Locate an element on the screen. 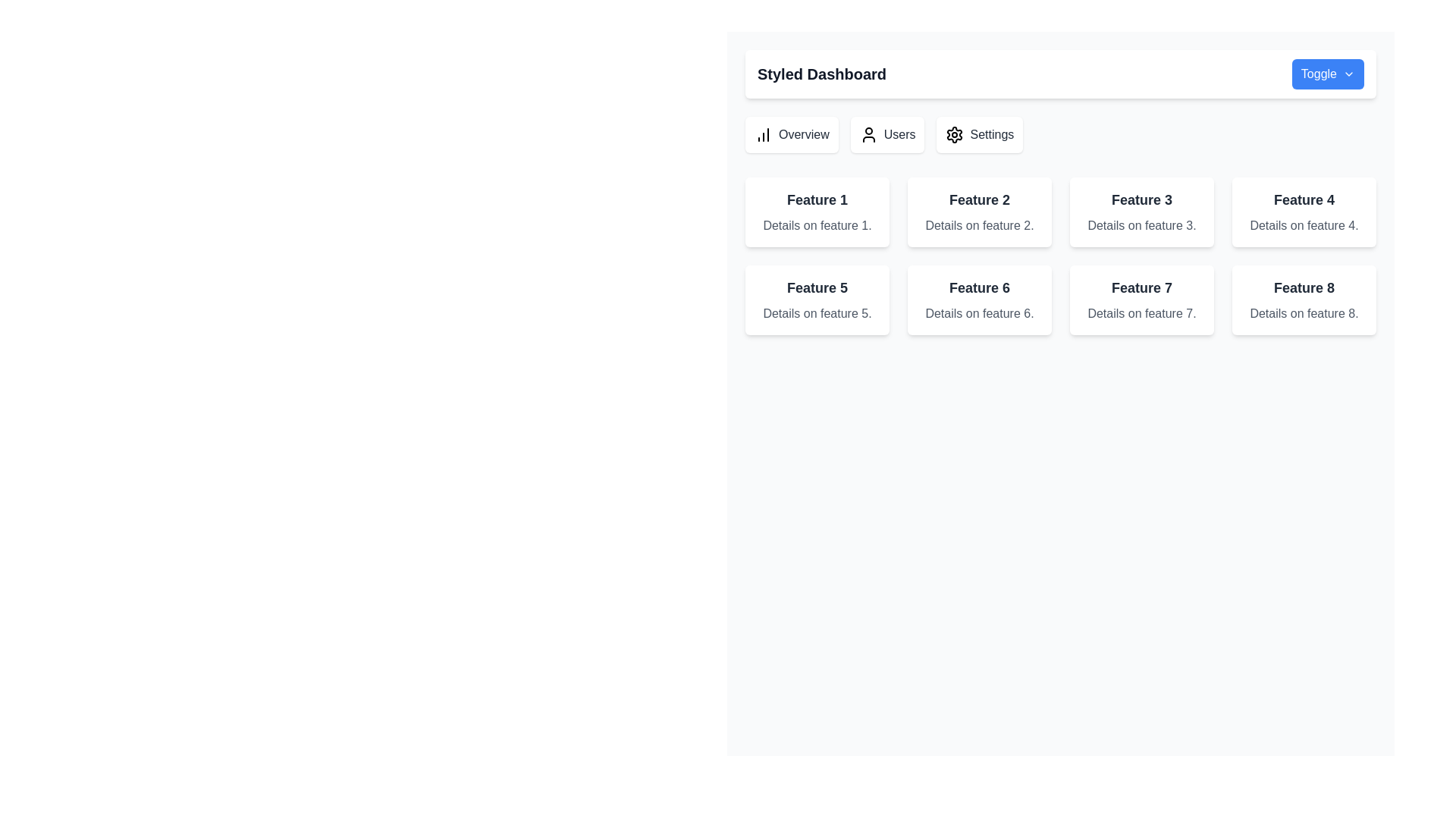 This screenshot has height=819, width=1456. the 'Users' text label, which is styled in dark gray and located in the top bar of the interface, next to a user icon and followed by the 'Settings' label is located at coordinates (899, 133).